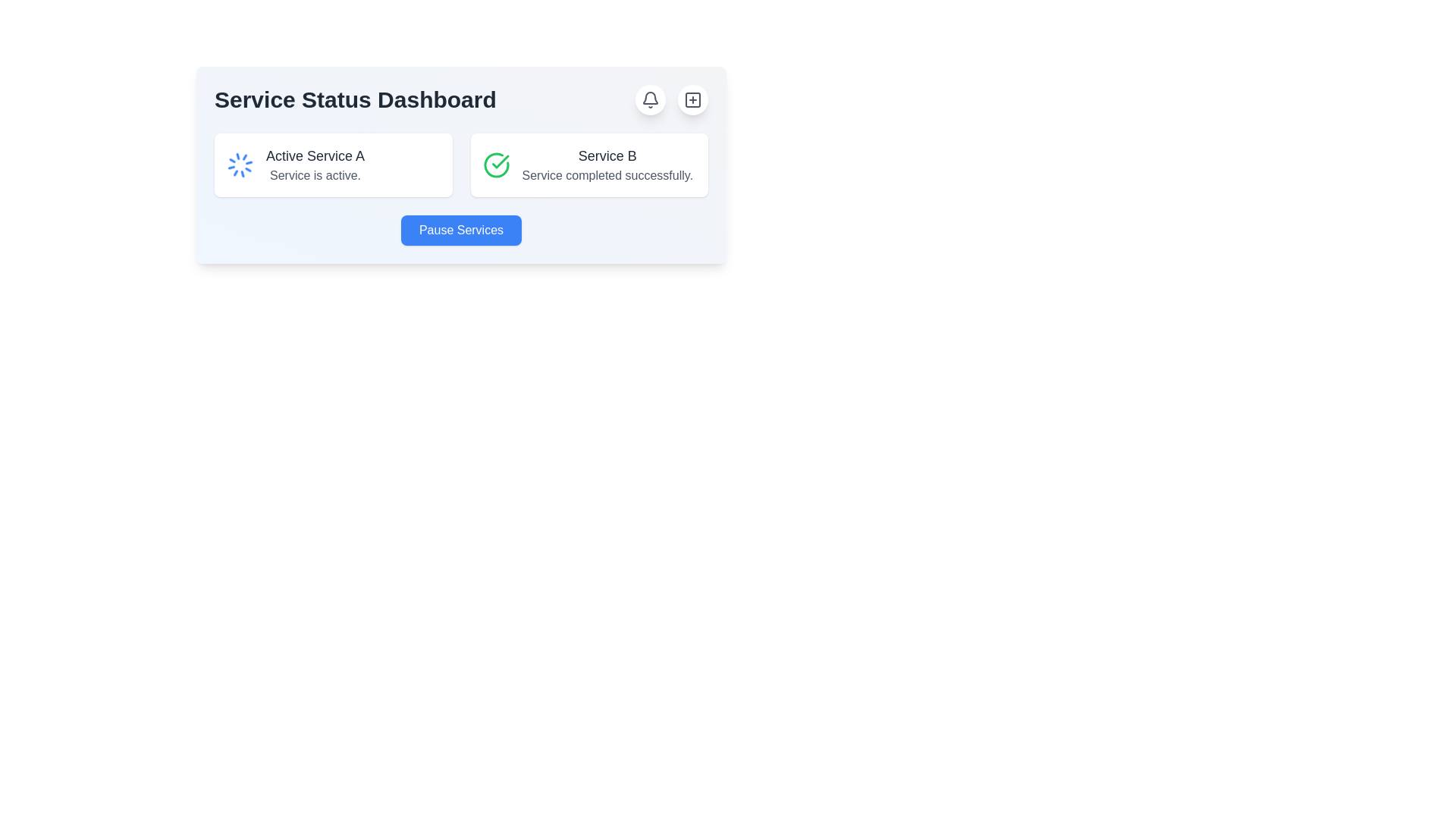 This screenshot has height=819, width=1456. Describe the element at coordinates (239, 165) in the screenshot. I see `the animation of the active/loading service icon located in the left card of the 'Service Status Dashboard.'` at that location.